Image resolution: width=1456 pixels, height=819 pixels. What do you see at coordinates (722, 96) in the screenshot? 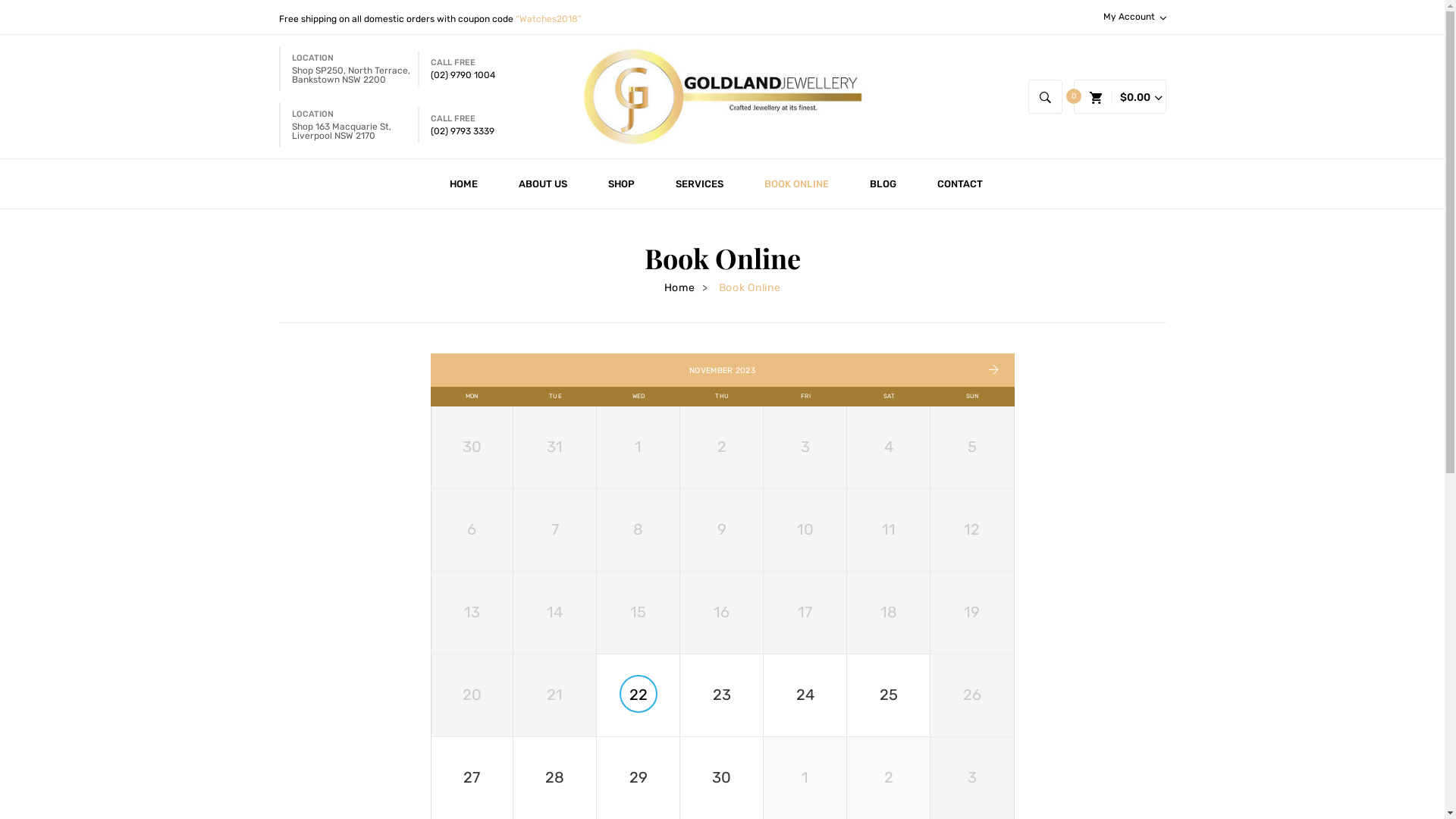
I see `'Goldland Jewellery'` at bounding box center [722, 96].